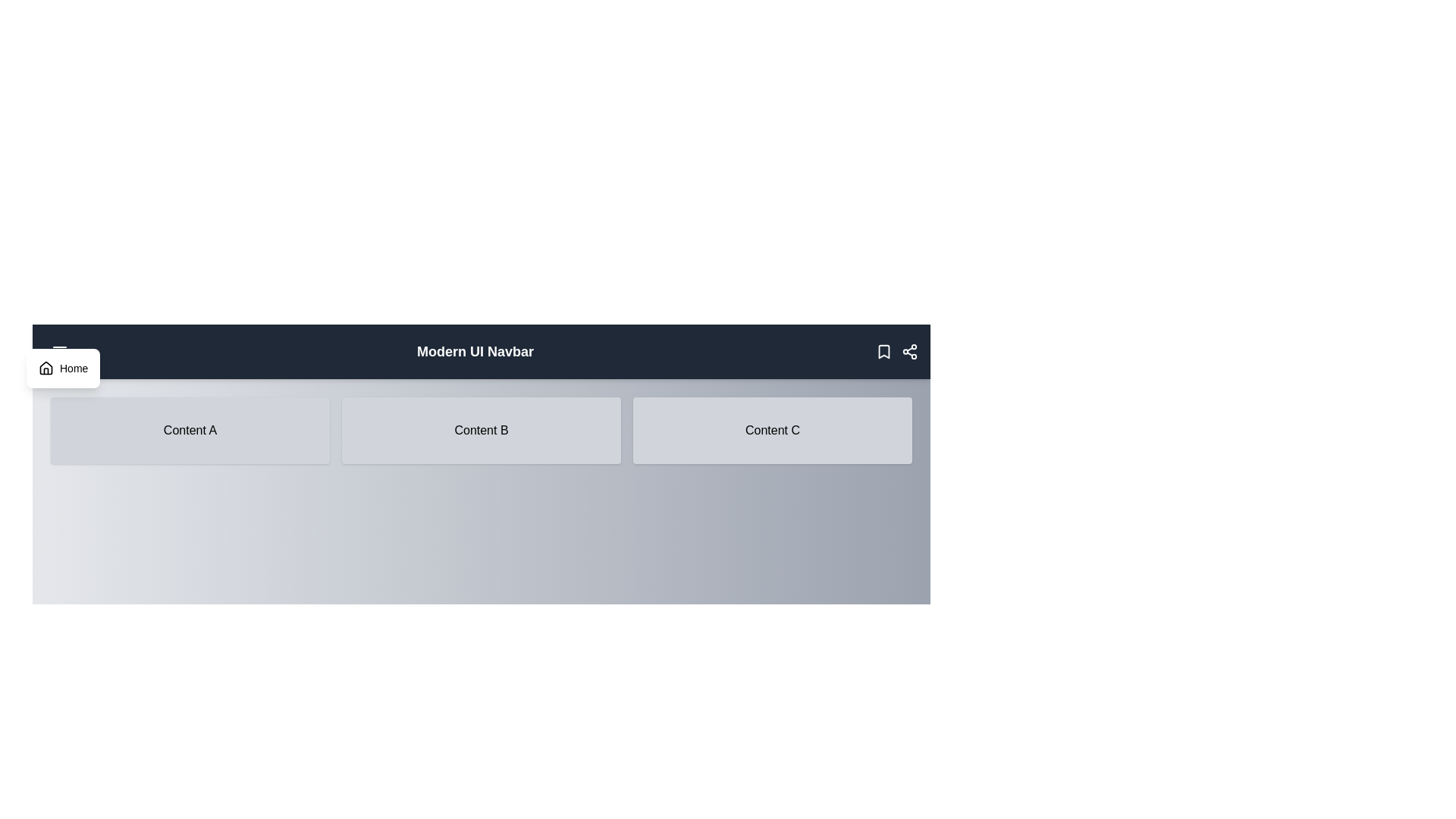 The image size is (1456, 819). I want to click on the menu button to toggle the menu visibility, so click(59, 351).